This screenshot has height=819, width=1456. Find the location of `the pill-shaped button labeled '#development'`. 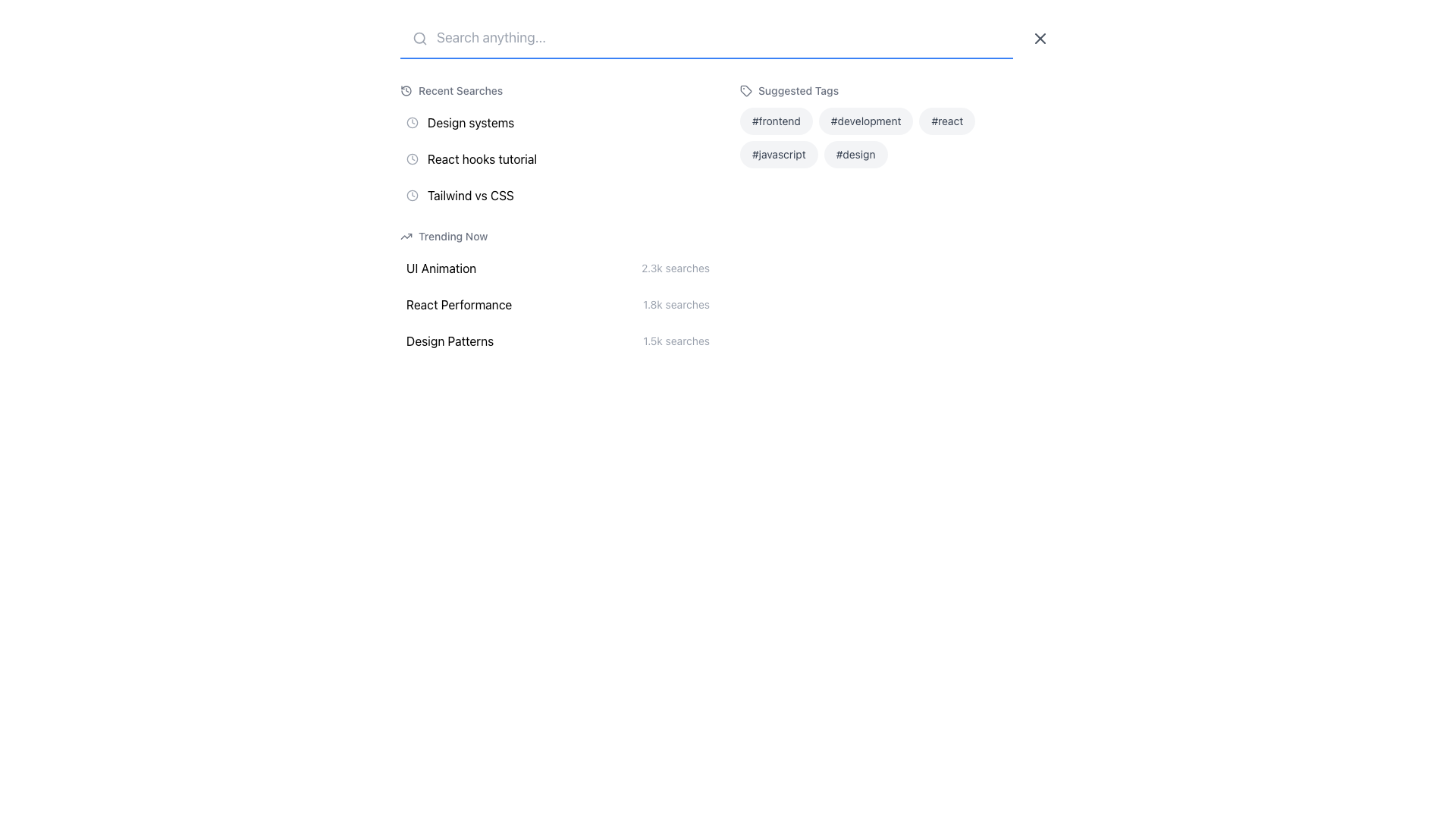

the pill-shaped button labeled '#development' is located at coordinates (866, 120).